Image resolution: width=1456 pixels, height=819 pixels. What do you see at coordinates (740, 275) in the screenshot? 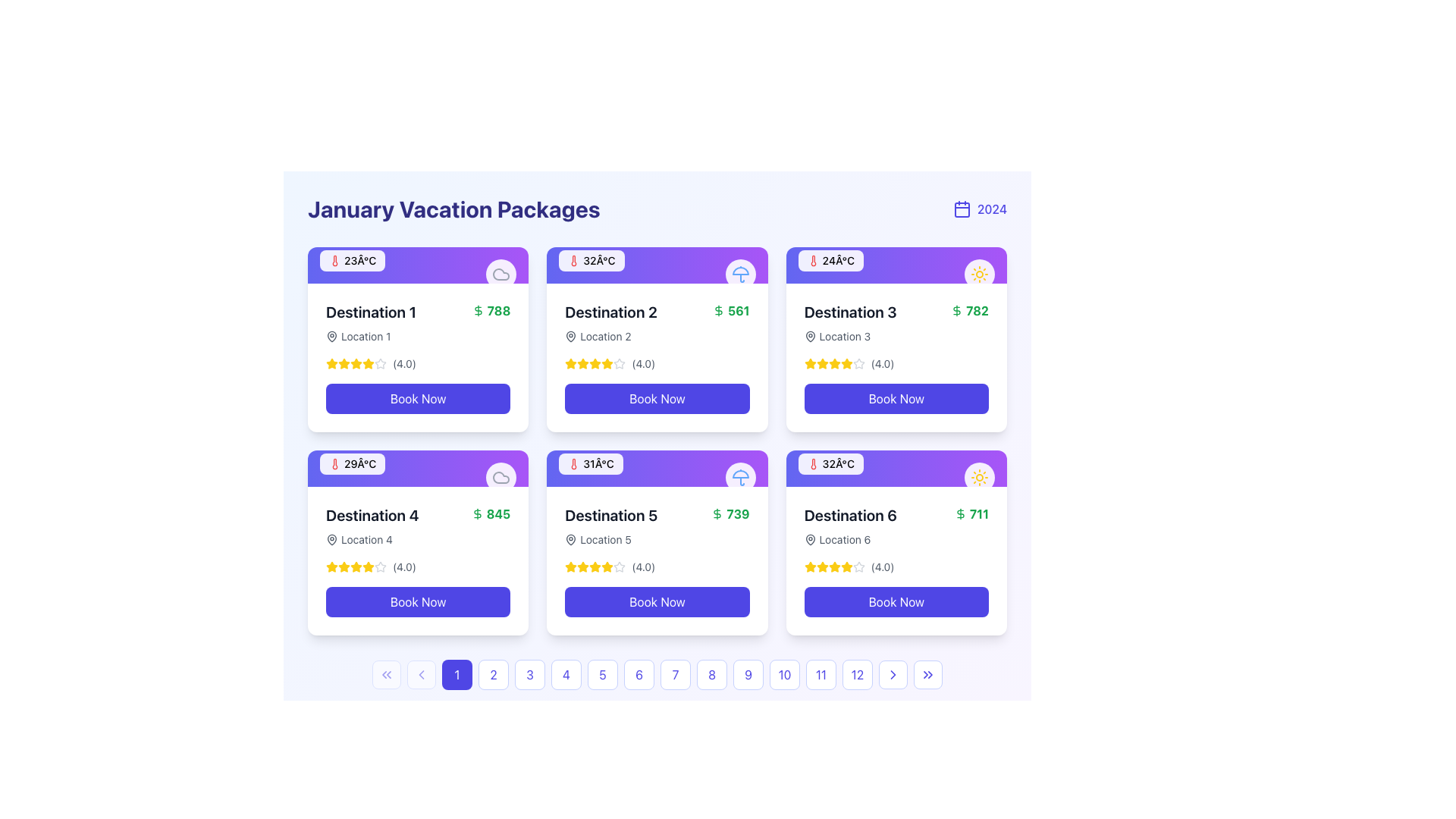
I see `the weather conditions icon located in the top-right corner of the 'Destination 2' card, which indicates weather conditions with an umbrella icon` at bounding box center [740, 275].